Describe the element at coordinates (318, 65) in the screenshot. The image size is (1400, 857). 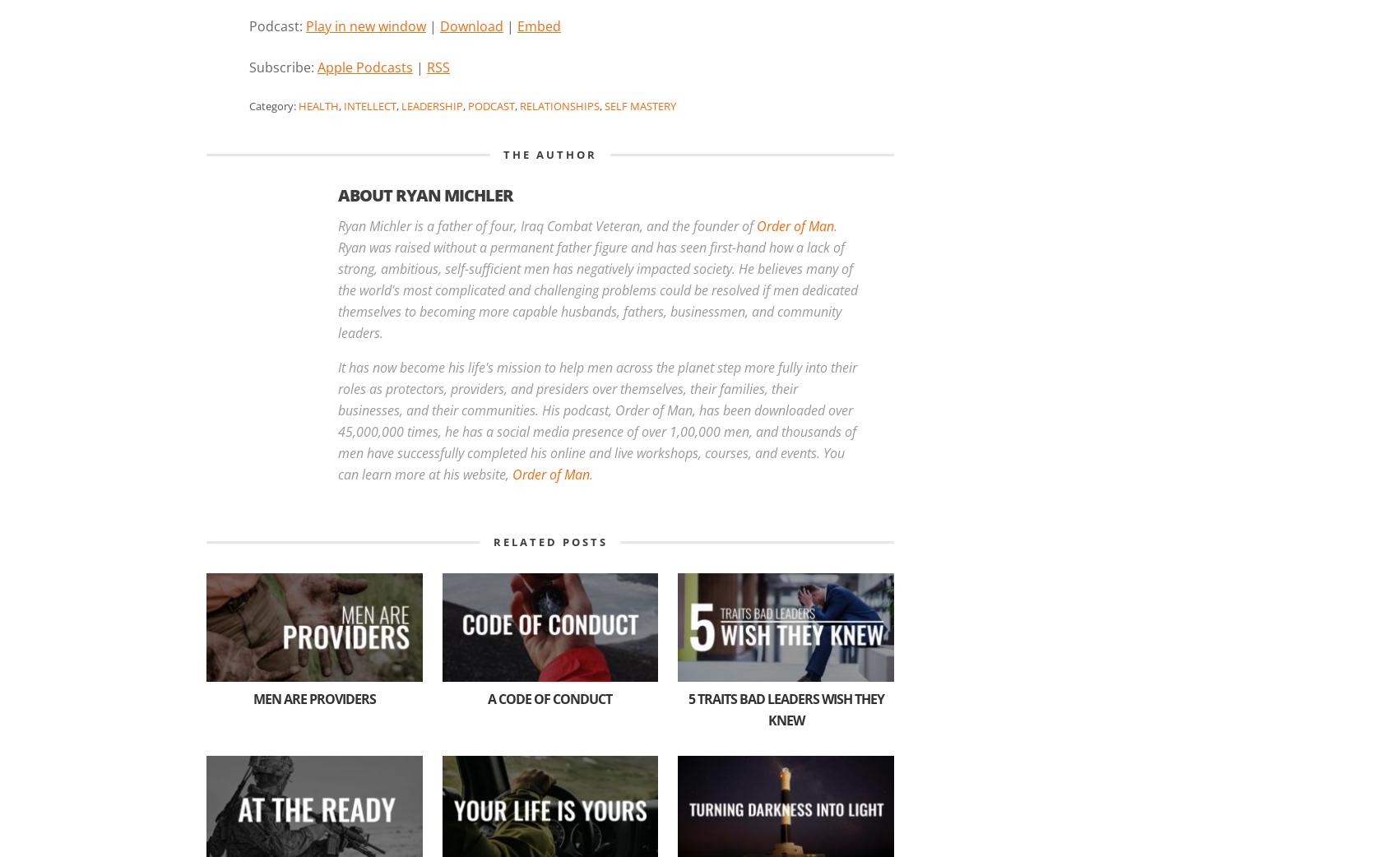
I see `'Apple Podcasts'` at that location.